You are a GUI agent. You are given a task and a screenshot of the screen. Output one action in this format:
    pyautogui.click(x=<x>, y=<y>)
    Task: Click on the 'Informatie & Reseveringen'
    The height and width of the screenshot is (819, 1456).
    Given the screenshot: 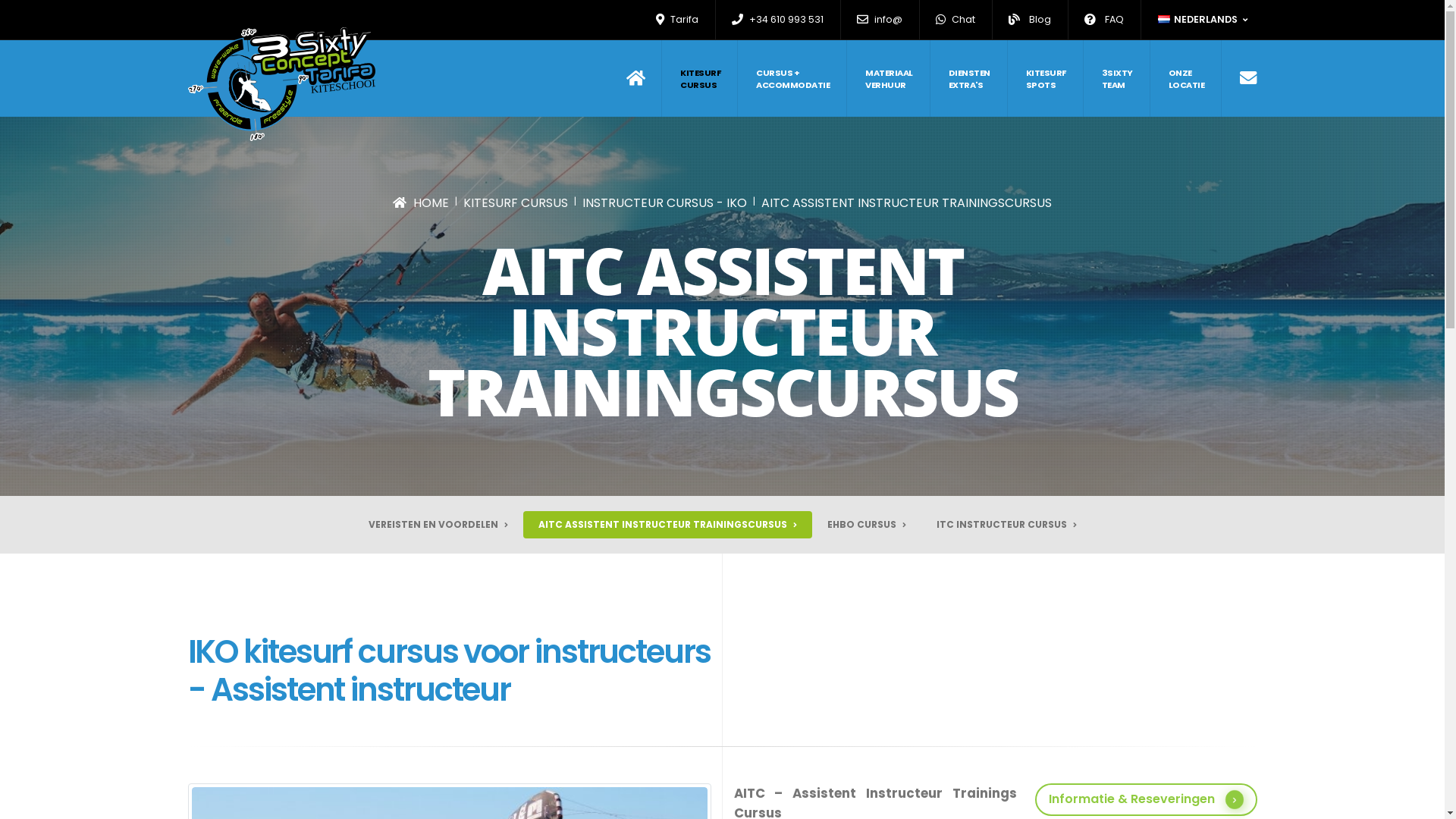 What is the action you would take?
    pyautogui.click(x=1145, y=799)
    